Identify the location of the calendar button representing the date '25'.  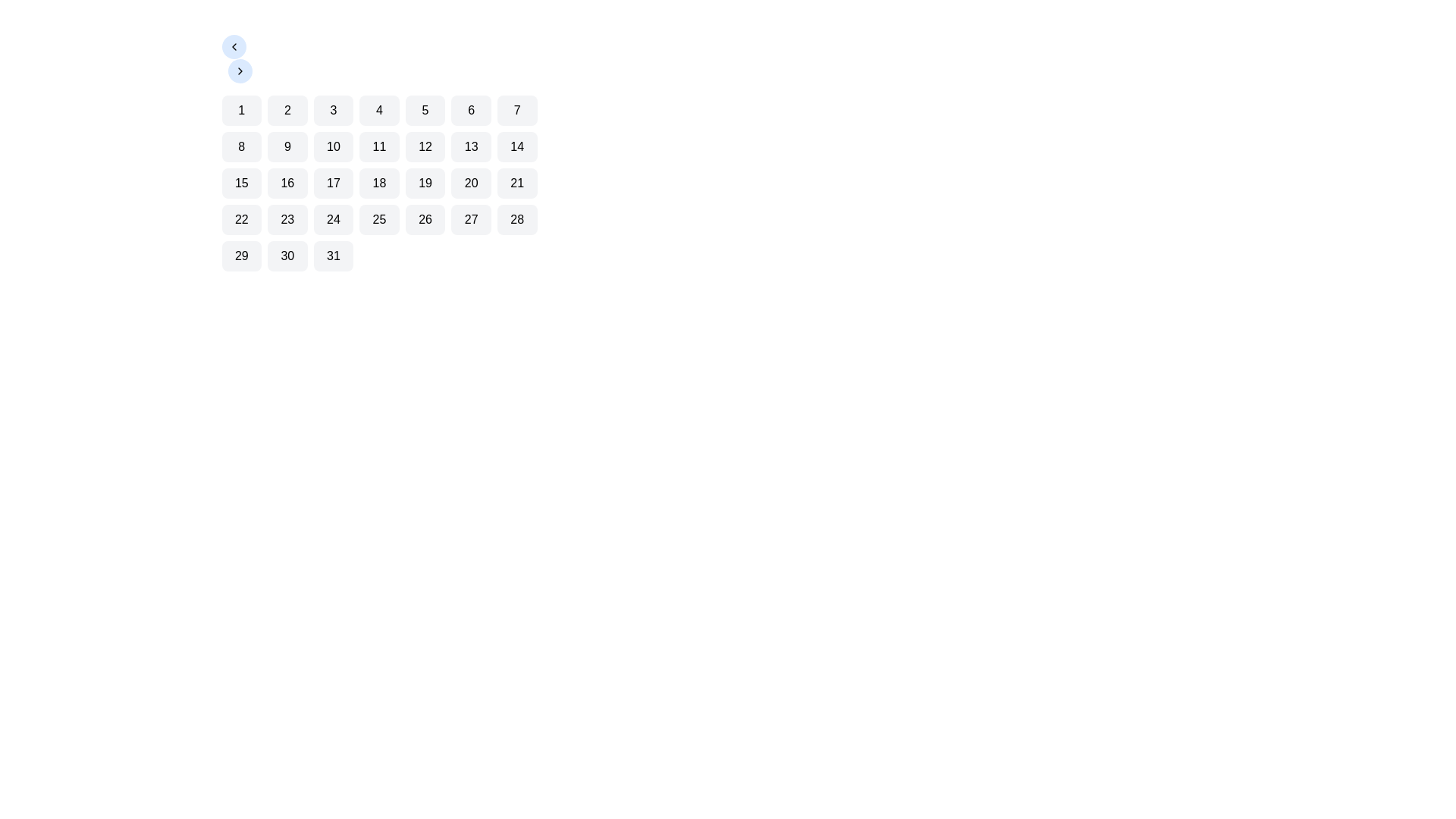
(379, 219).